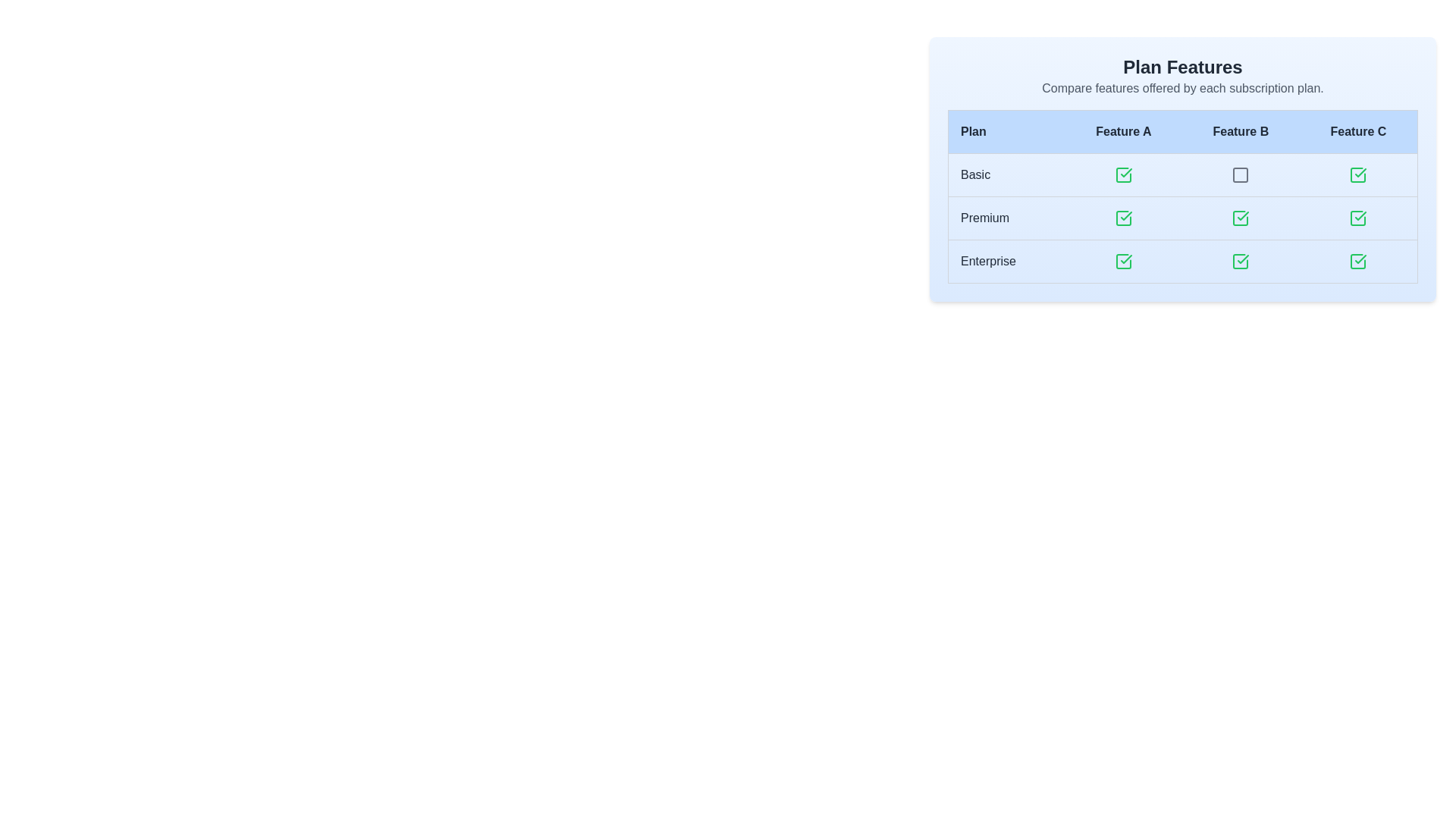  What do you see at coordinates (1241, 218) in the screenshot?
I see `the checkbox icon in the 'Plan Features' interface` at bounding box center [1241, 218].